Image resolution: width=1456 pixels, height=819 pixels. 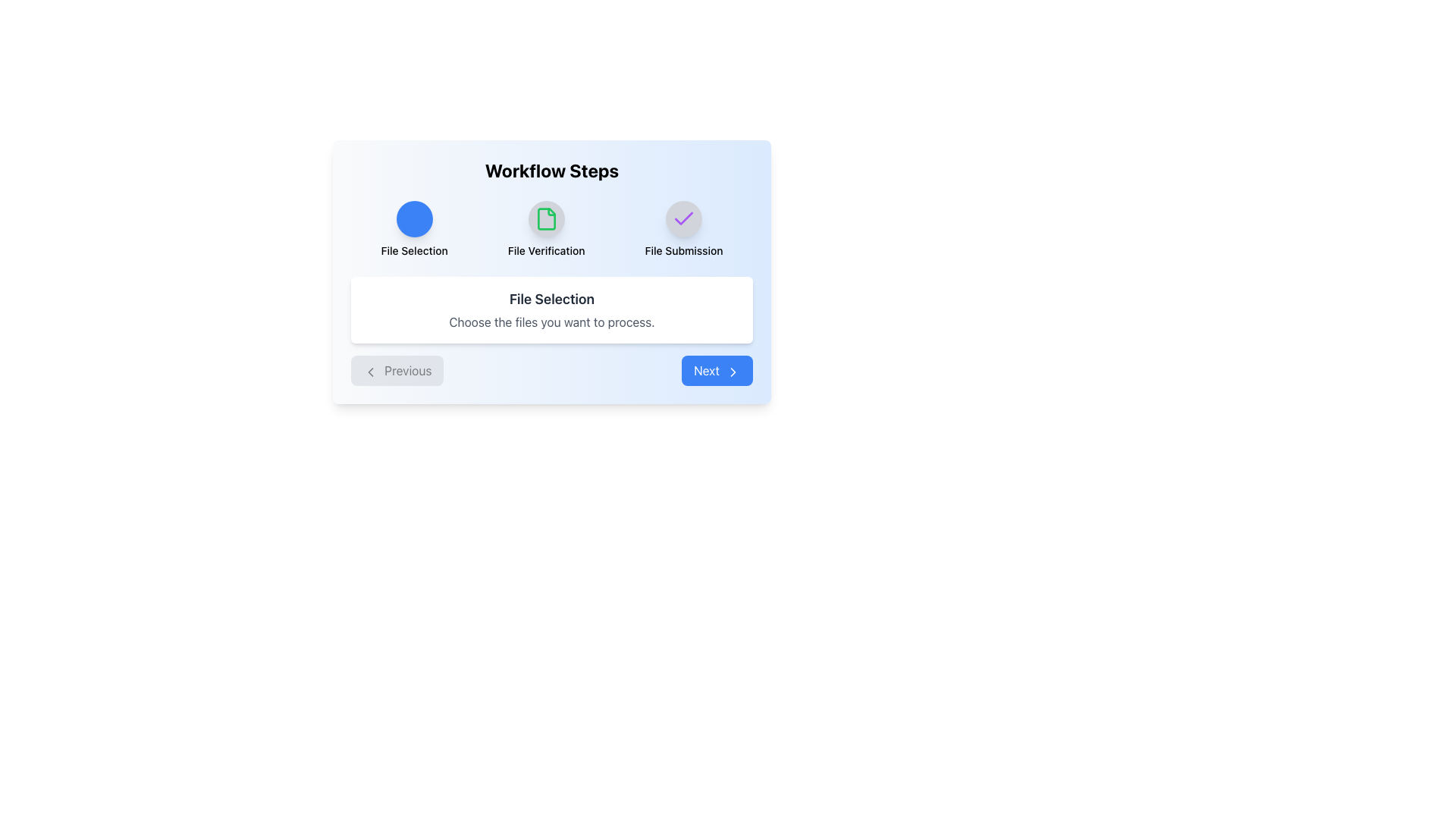 What do you see at coordinates (683, 218) in the screenshot?
I see `the state of the checkmark icon indicating completion in the 'File Submission' step located at the top right of the interface` at bounding box center [683, 218].